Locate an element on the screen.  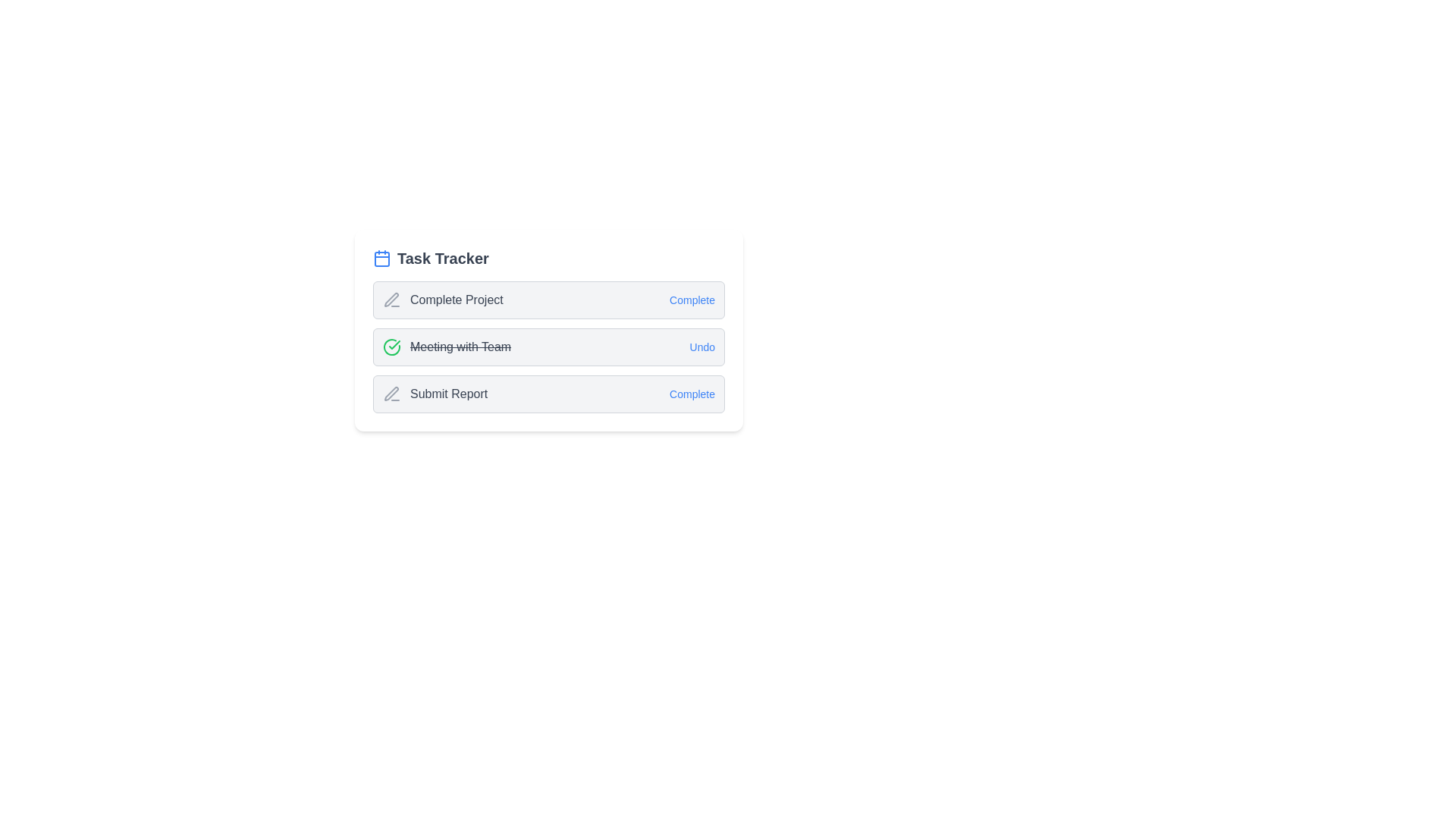
the hyperlink located on the far right of the 'Complete Project' task row is located at coordinates (691, 300).